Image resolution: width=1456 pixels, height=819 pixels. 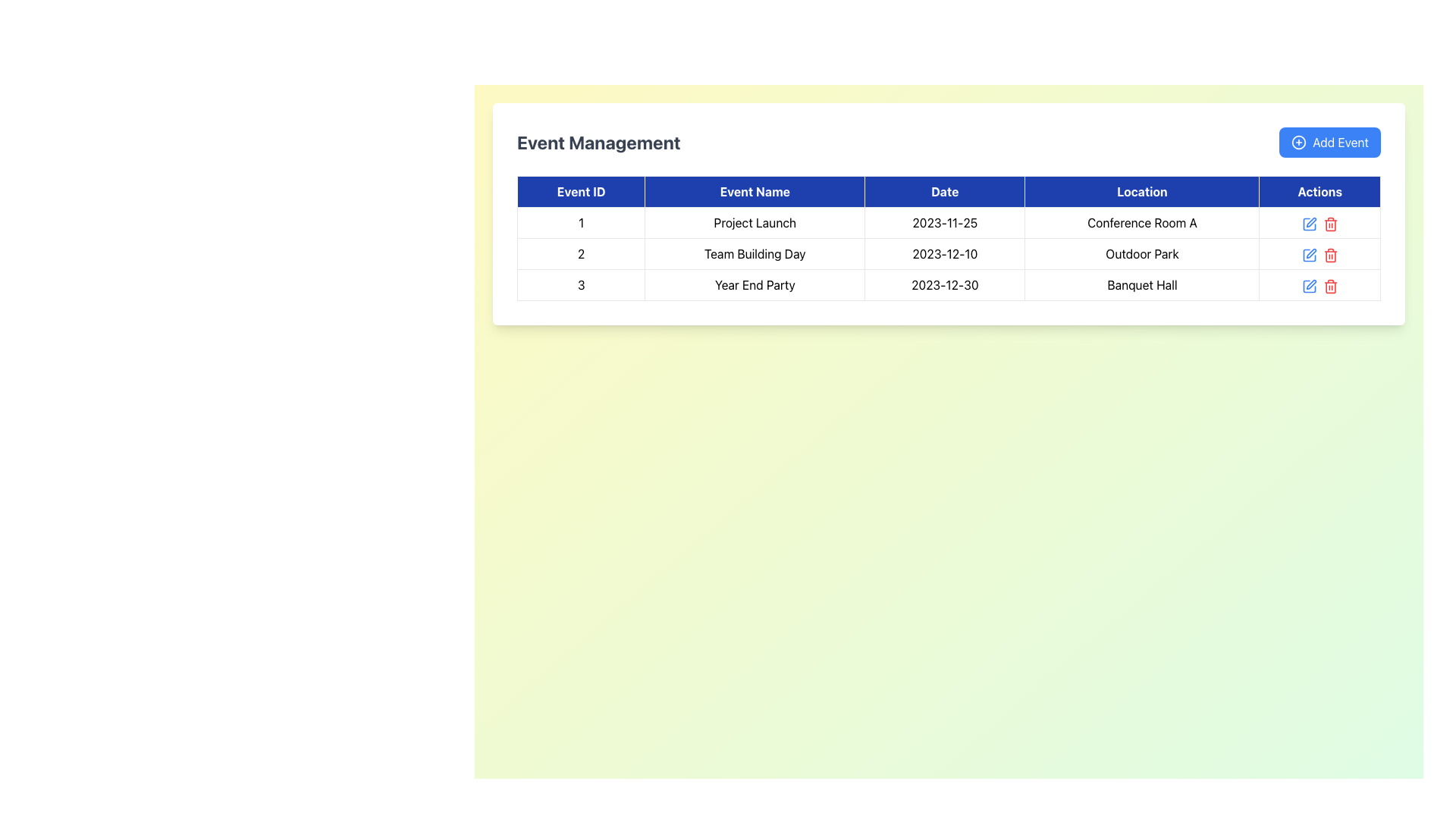 I want to click on the Table Header Cell with the text 'Event Name', which is a blue rectangular cell located in the header row of the table, so click(x=755, y=191).